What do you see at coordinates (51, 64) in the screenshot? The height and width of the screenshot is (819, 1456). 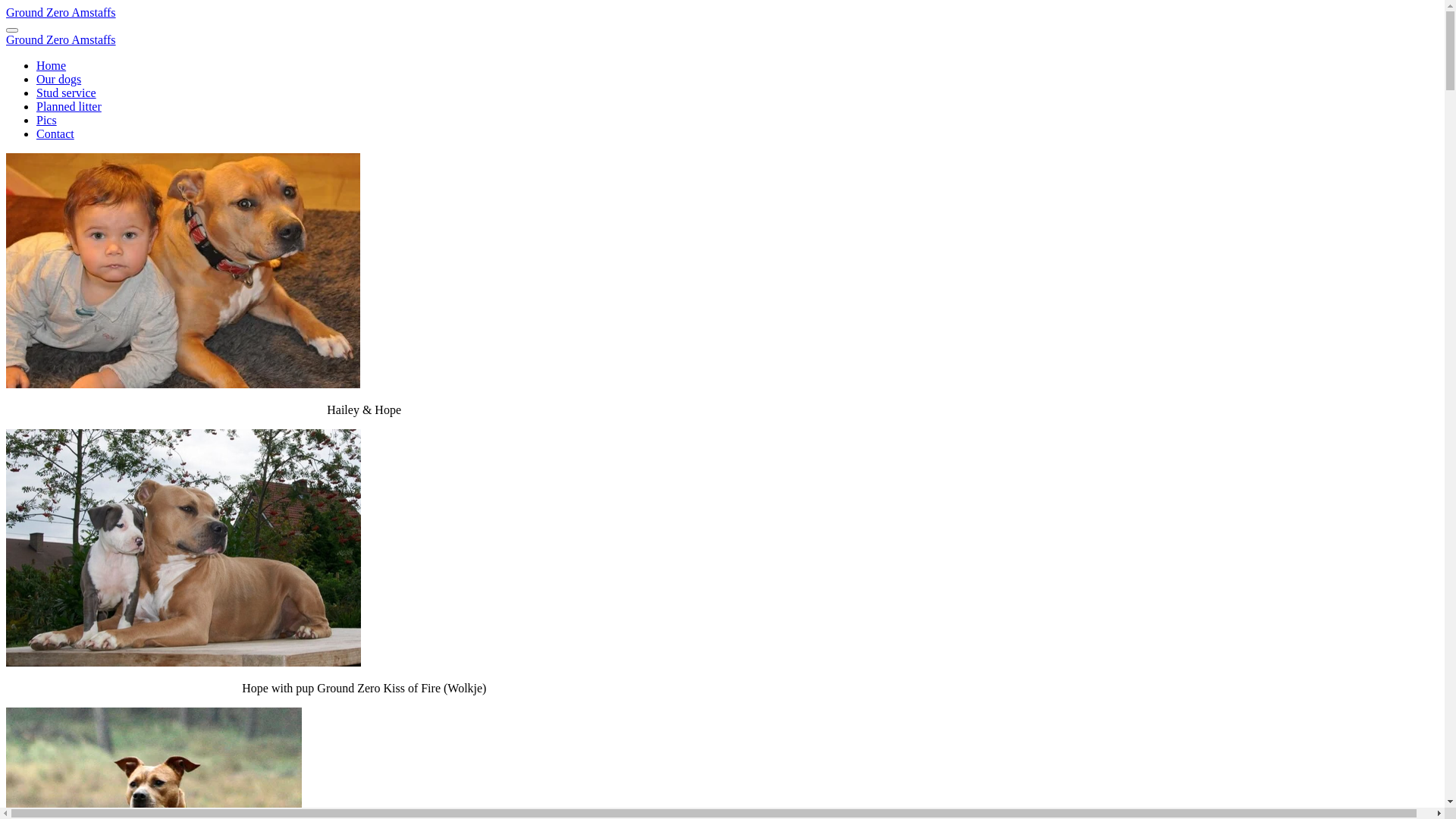 I see `'Home'` at bounding box center [51, 64].